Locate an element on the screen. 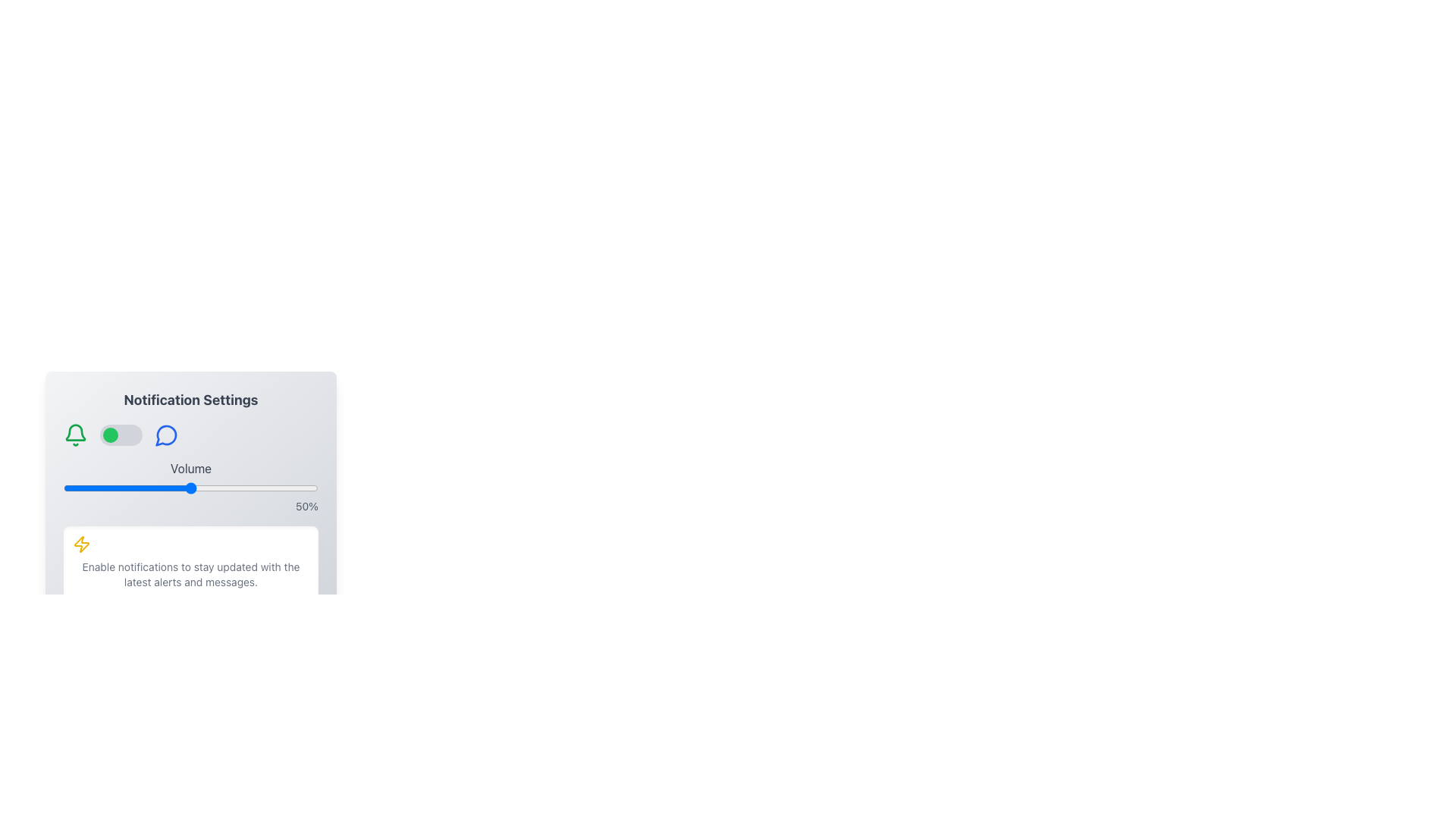 This screenshot has height=819, width=1456. the static text element displaying the numerical value '50%' which is located below the 'Volume' label and aligns with the right edge of the slider bar is located at coordinates (190, 506).